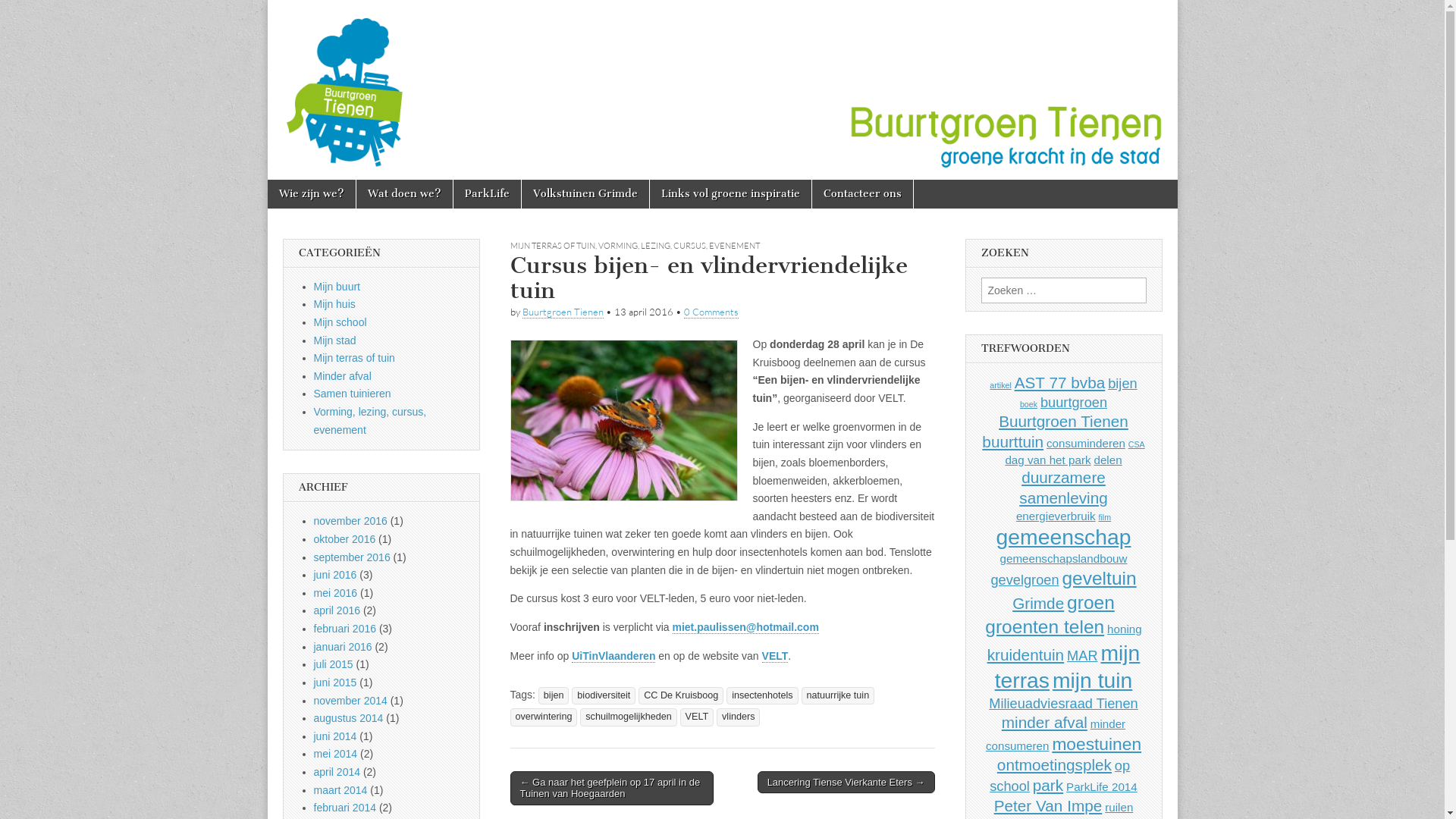 The height and width of the screenshot is (819, 1456). Describe the element at coordinates (1104, 516) in the screenshot. I see `'film'` at that location.